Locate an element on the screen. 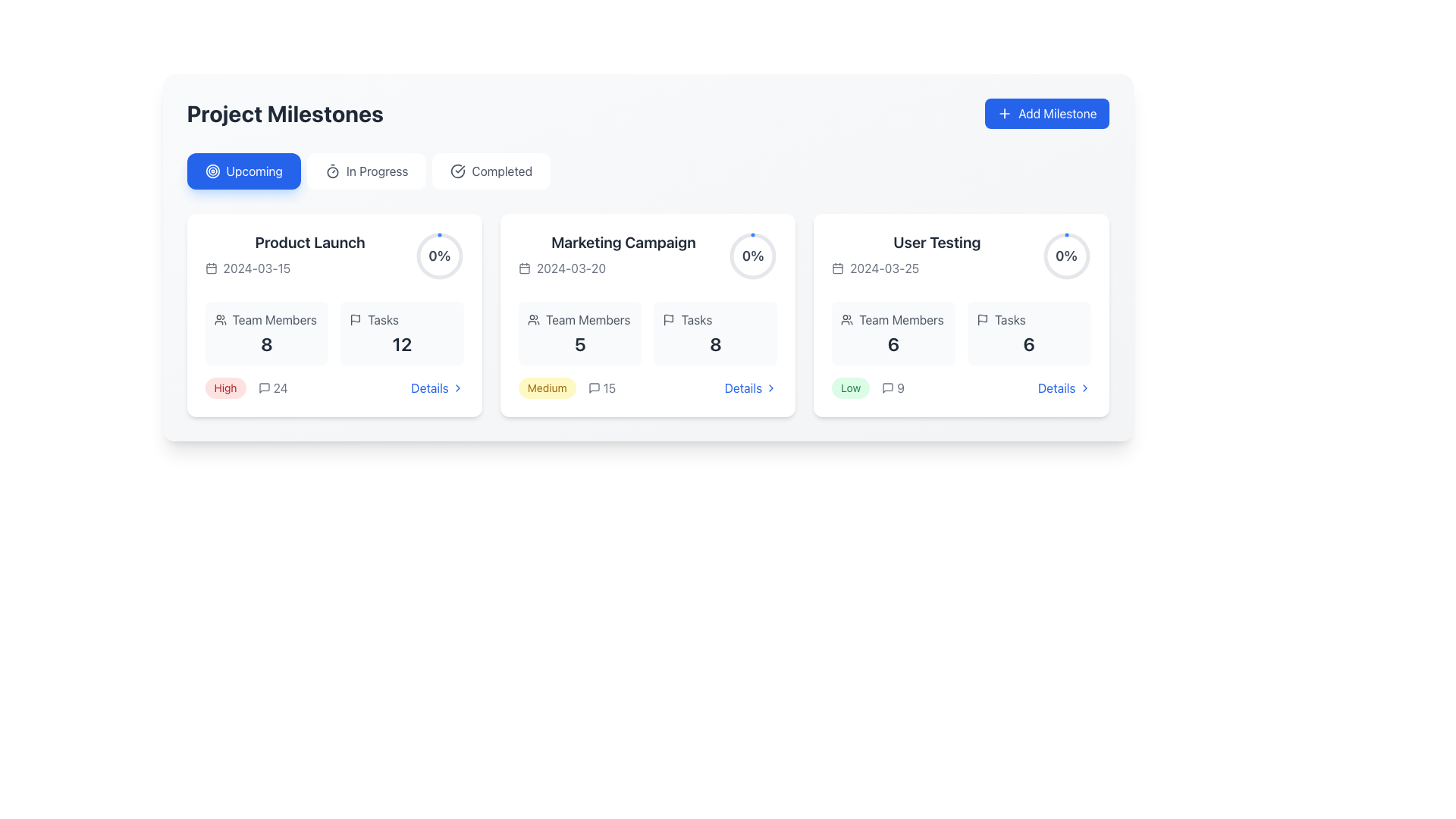 This screenshot has width=1456, height=819. the progress value within the circular progress indicator located inside the 'Marketing Campaign' card, which shows the '0%' status is located at coordinates (753, 256).